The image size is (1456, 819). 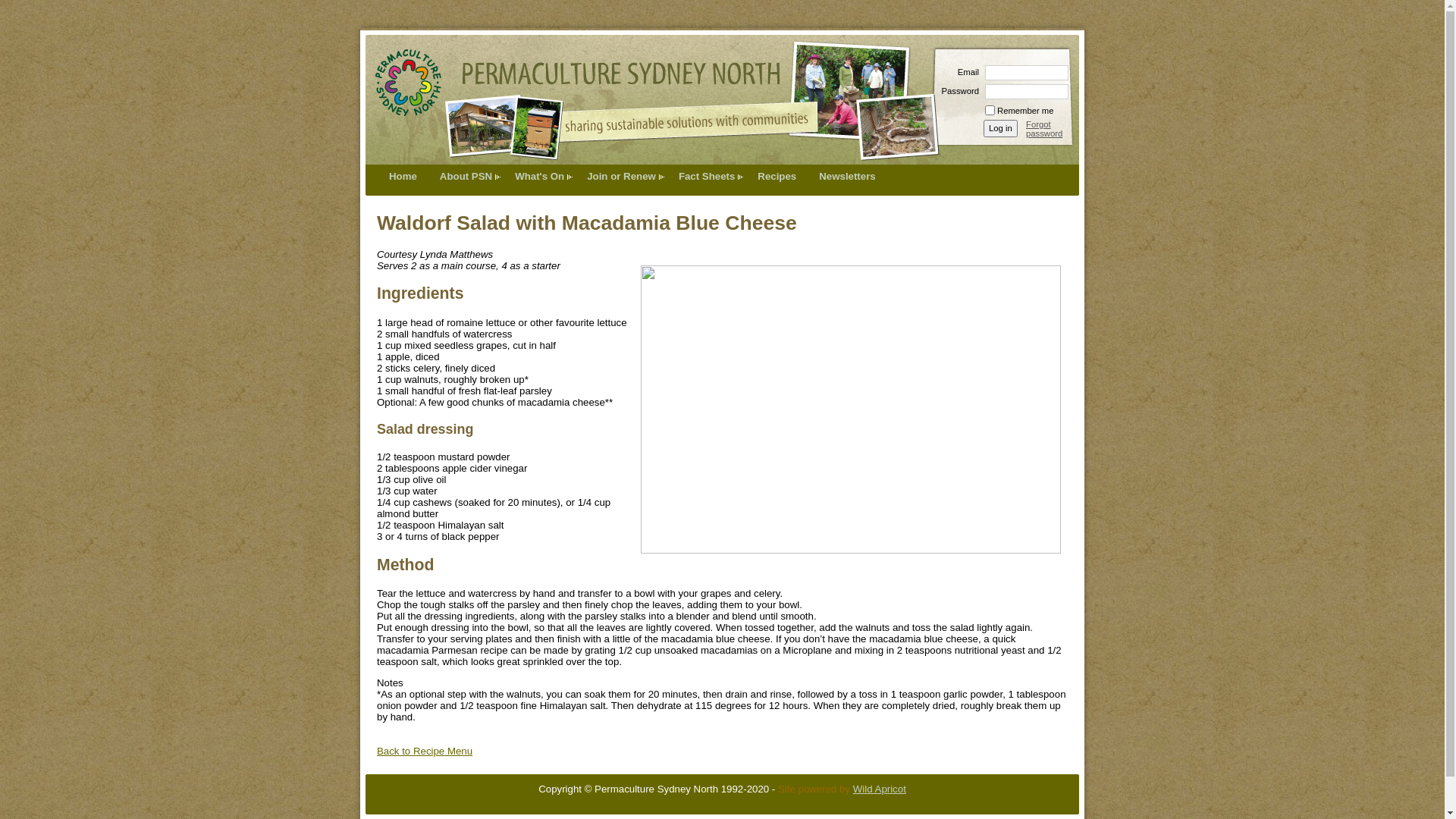 What do you see at coordinates (846, 175) in the screenshot?
I see `'Newsletters'` at bounding box center [846, 175].